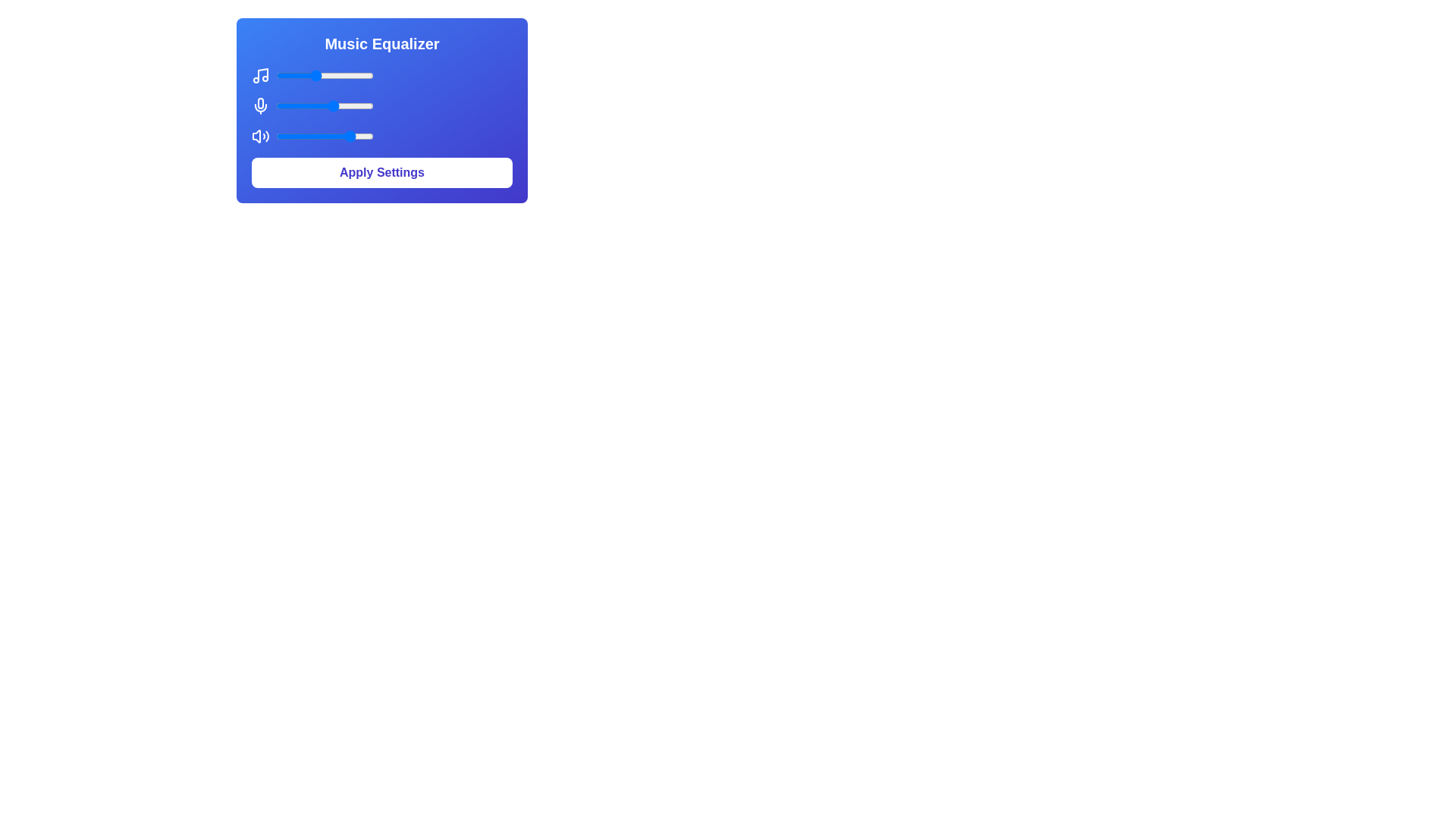 The height and width of the screenshot is (819, 1456). What do you see at coordinates (261, 136) in the screenshot?
I see `the audio control icon, which serves as a visual indicator for toggling mute or accessing volume settings` at bounding box center [261, 136].